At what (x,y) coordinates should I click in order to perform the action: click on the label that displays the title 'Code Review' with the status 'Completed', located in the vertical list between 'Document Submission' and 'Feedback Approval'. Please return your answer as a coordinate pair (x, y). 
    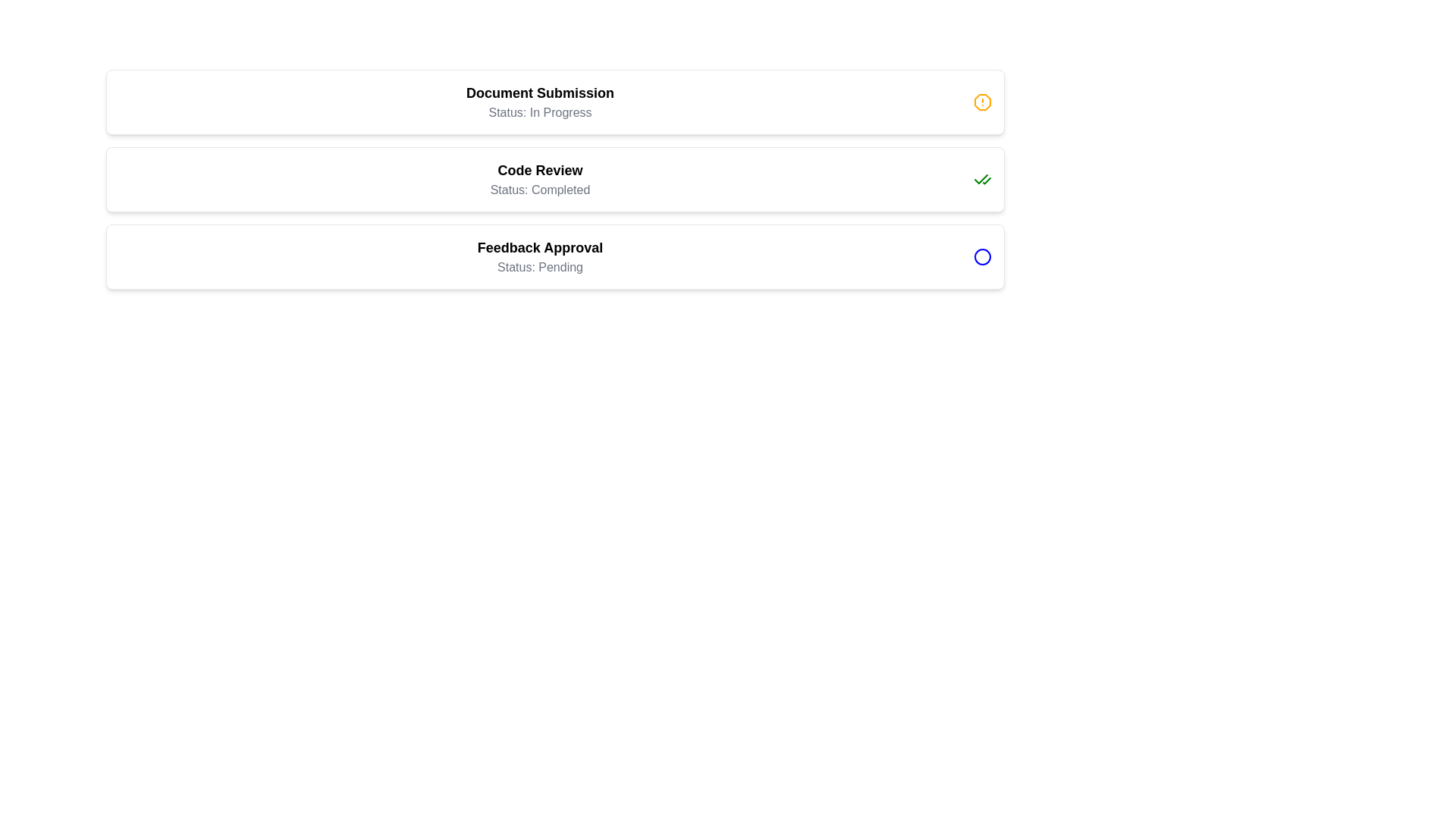
    Looking at the image, I should click on (540, 178).